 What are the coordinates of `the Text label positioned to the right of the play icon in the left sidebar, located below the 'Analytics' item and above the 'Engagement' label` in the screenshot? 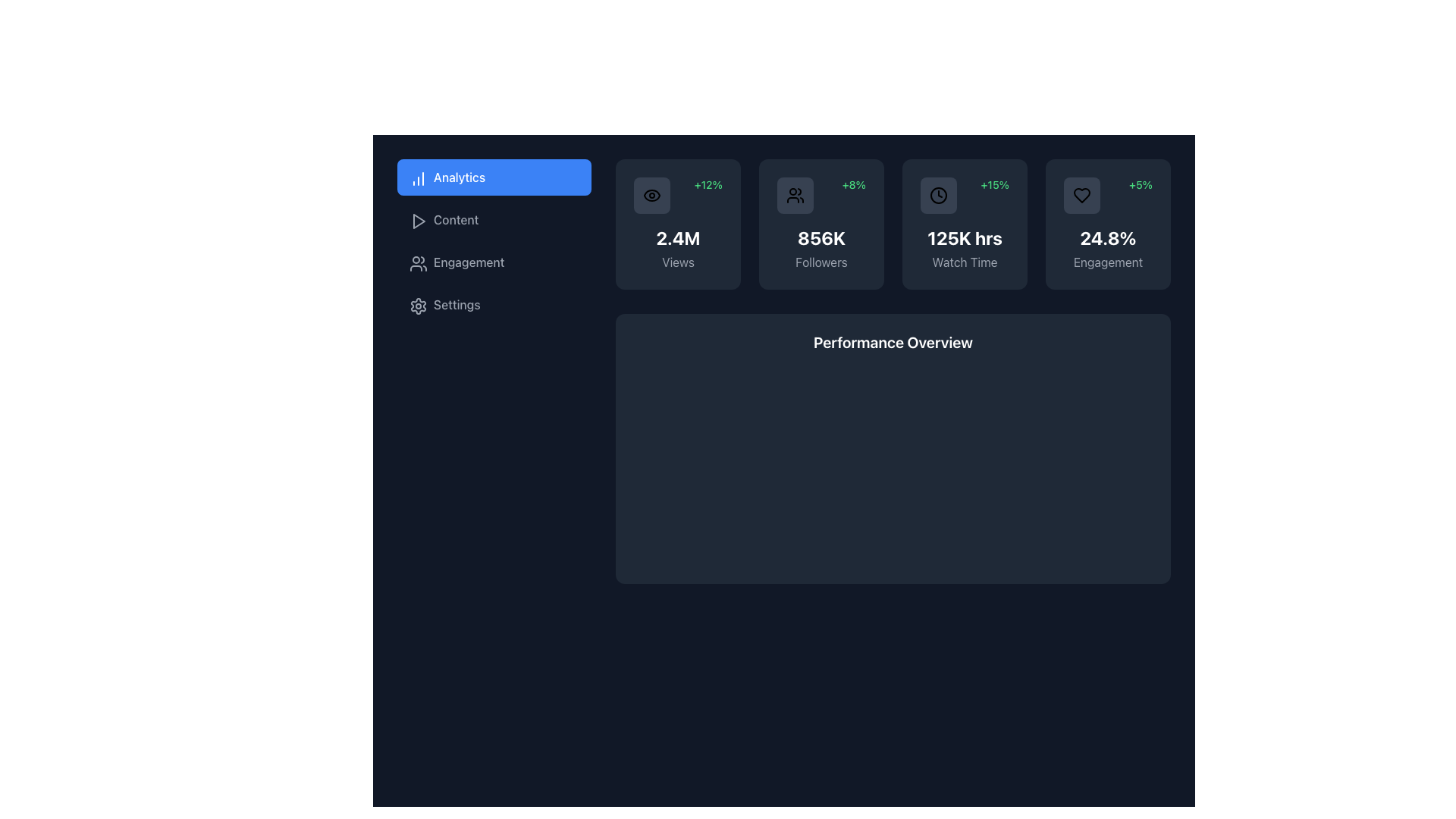 It's located at (455, 219).